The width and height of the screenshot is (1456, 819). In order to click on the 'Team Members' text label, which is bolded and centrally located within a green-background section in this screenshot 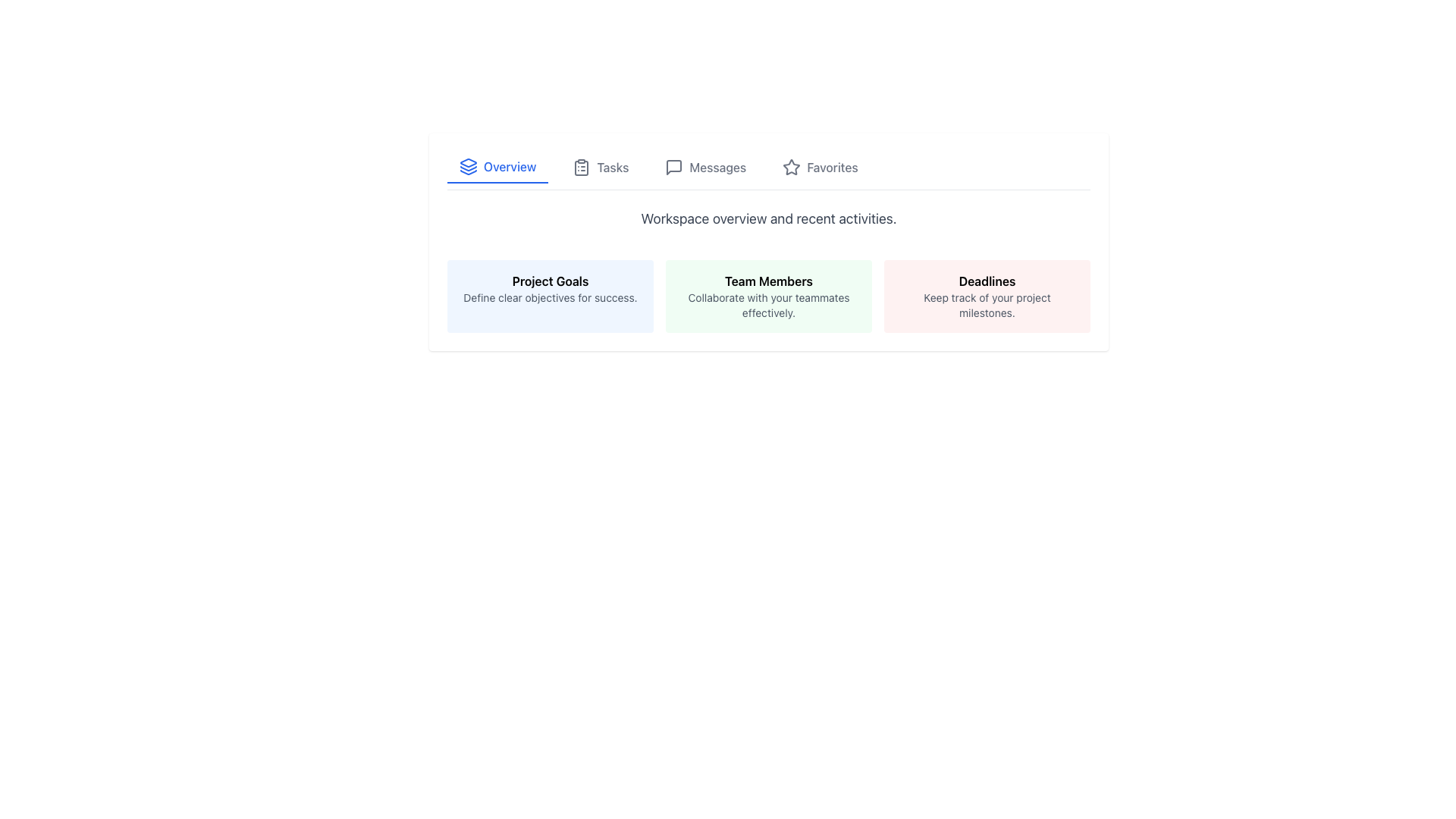, I will do `click(768, 281)`.